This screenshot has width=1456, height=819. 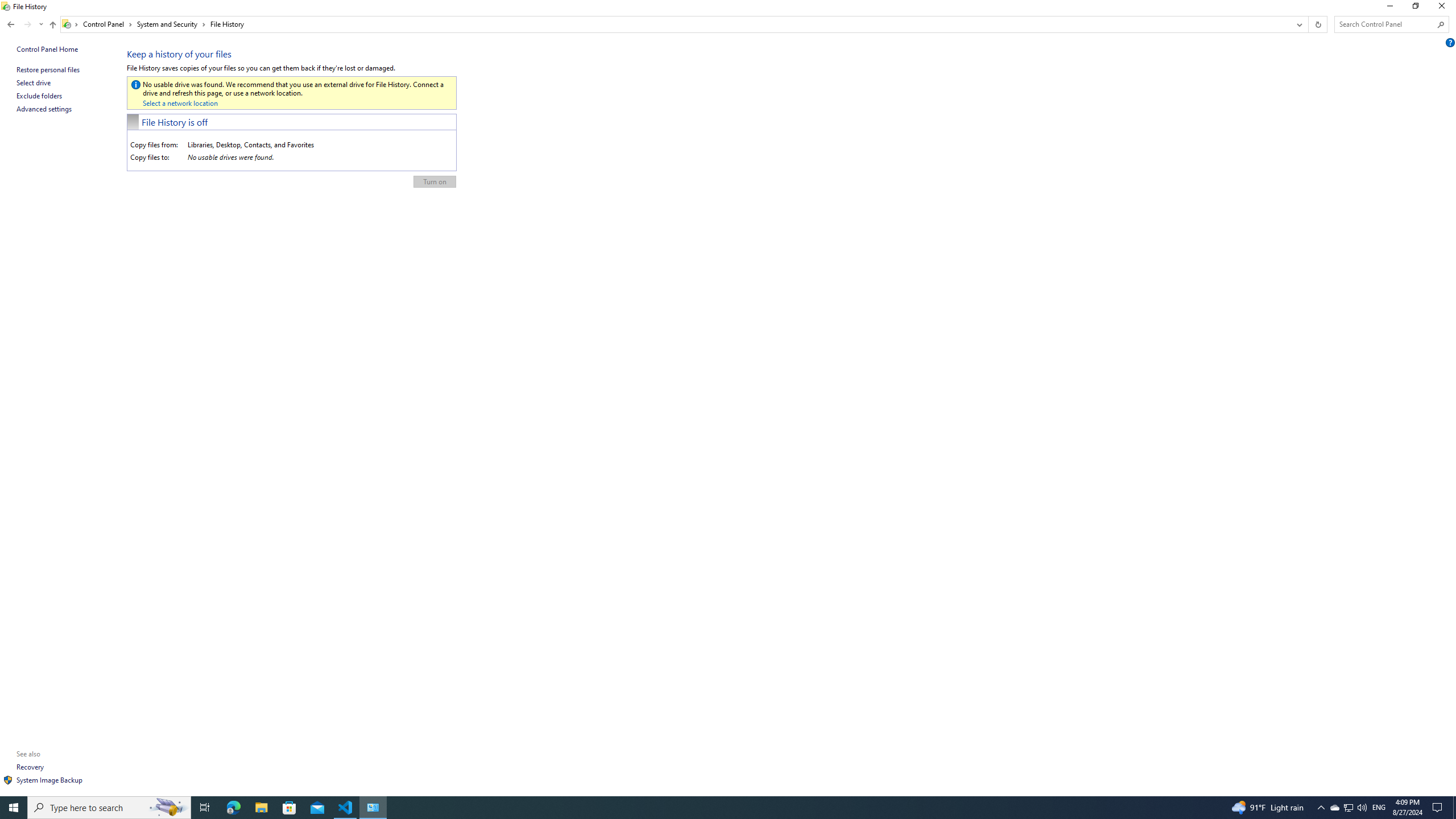 What do you see at coordinates (1451, 42) in the screenshot?
I see `'Help'` at bounding box center [1451, 42].